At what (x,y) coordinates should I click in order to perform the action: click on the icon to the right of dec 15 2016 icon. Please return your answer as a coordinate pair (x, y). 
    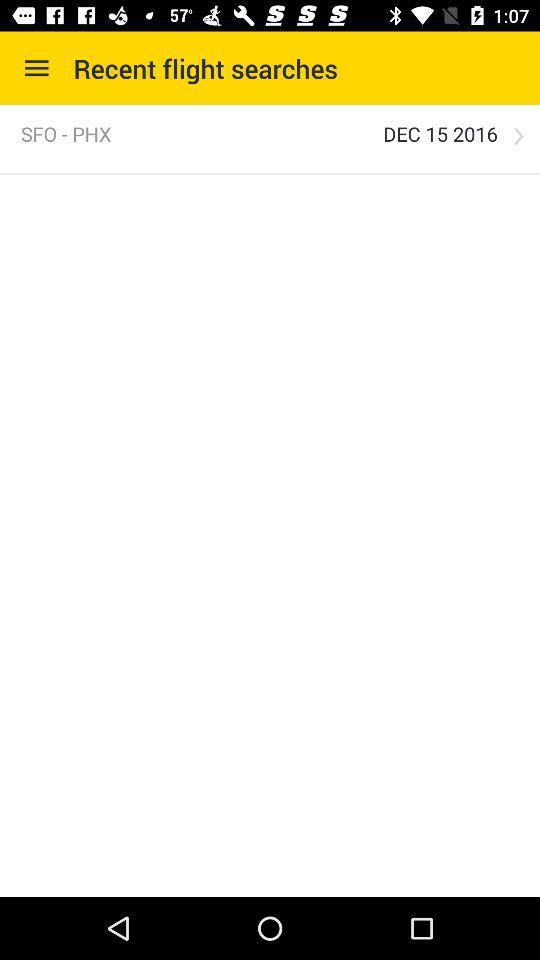
    Looking at the image, I should click on (518, 135).